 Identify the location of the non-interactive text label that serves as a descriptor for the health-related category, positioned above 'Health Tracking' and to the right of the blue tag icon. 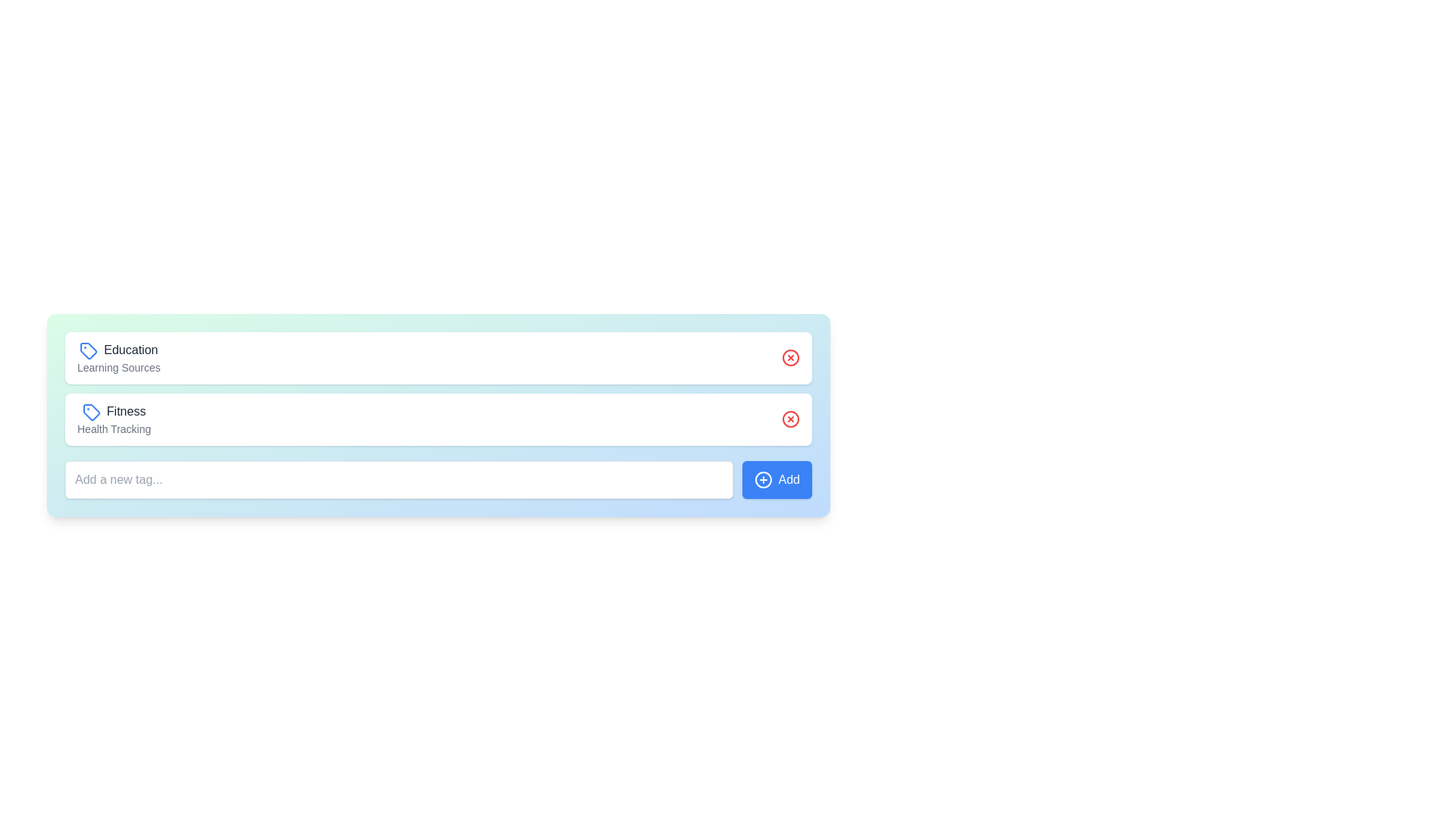
(126, 411).